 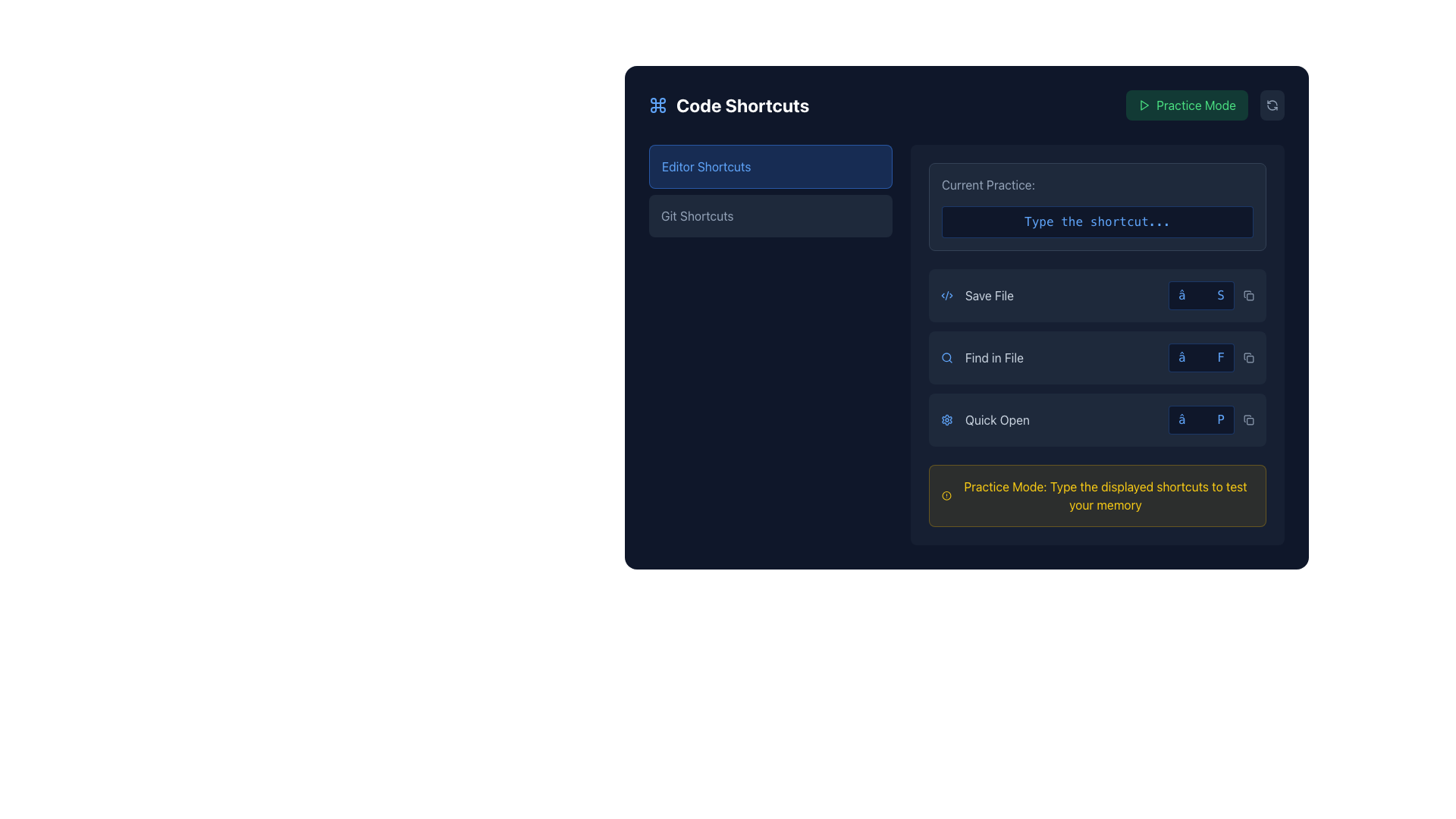 What do you see at coordinates (658, 104) in the screenshot?
I see `command symbol icon, which has a blue outline on a dark background and is located to the left of the 'Code Shortcuts' title text in the header section` at bounding box center [658, 104].